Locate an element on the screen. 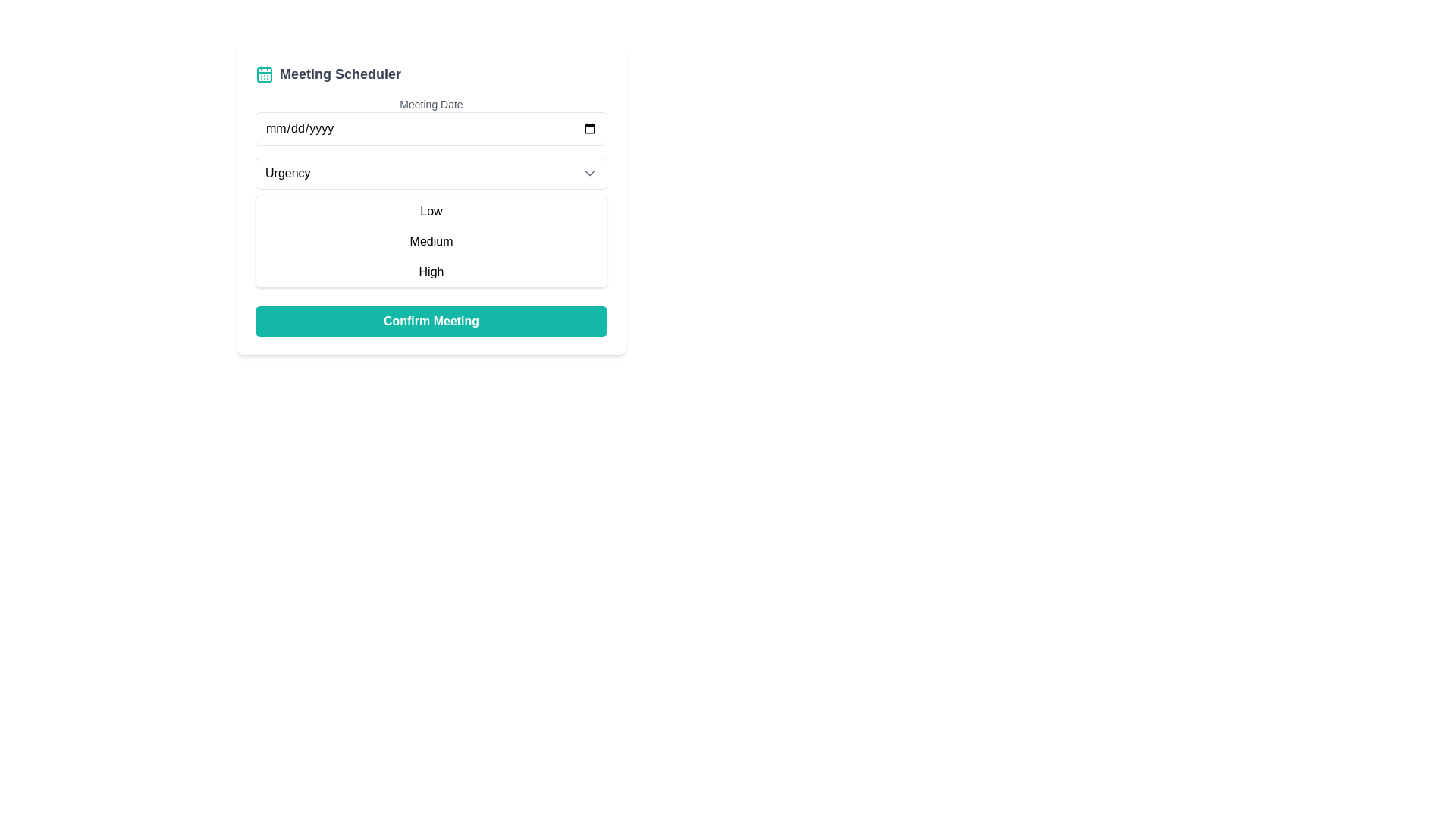  the 'Low' urgency option in the selectable list item located directly below the 'Urgency' dropdown field is located at coordinates (431, 211).